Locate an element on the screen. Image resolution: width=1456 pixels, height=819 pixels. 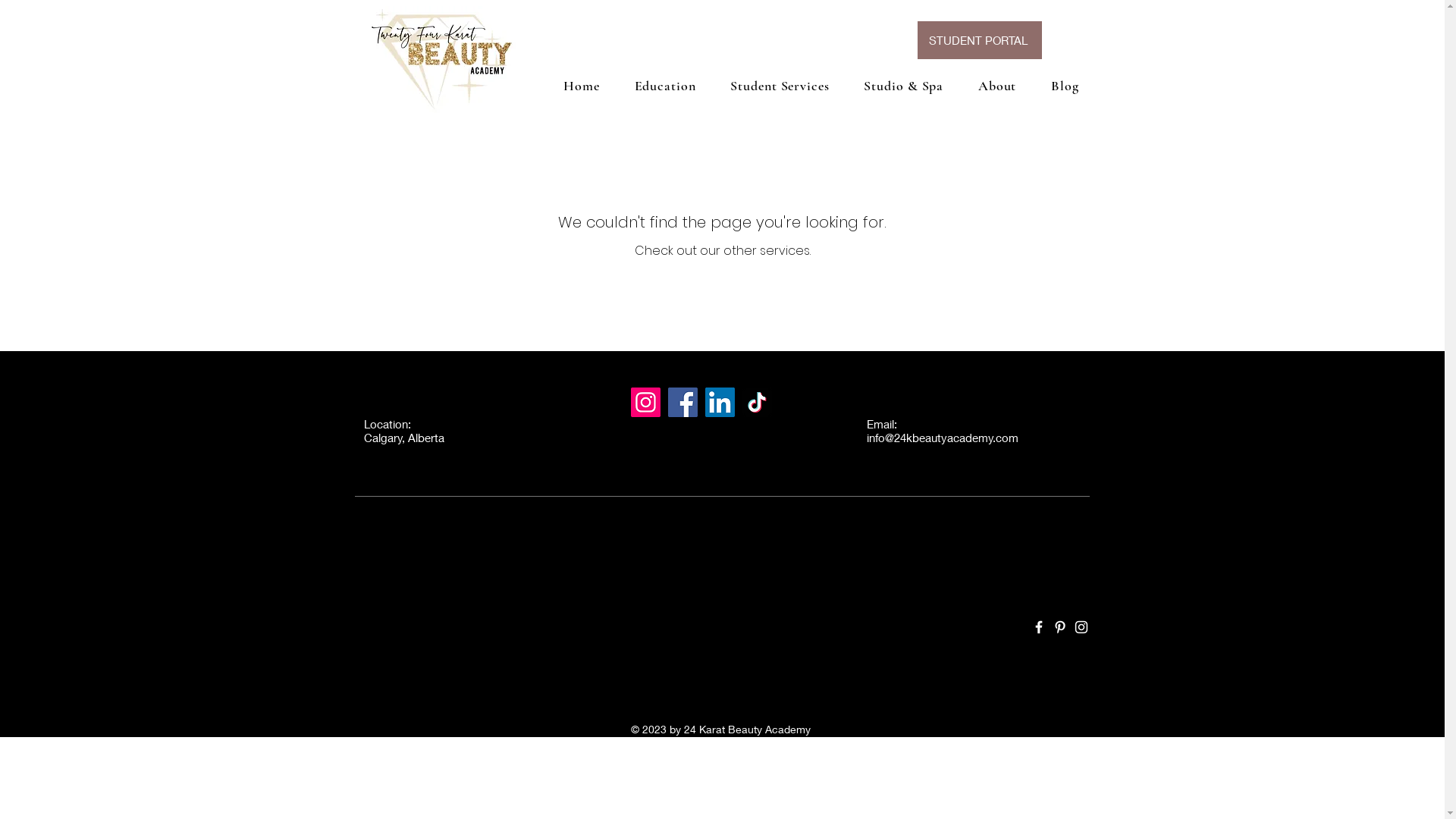
'Blog' is located at coordinates (1063, 85).